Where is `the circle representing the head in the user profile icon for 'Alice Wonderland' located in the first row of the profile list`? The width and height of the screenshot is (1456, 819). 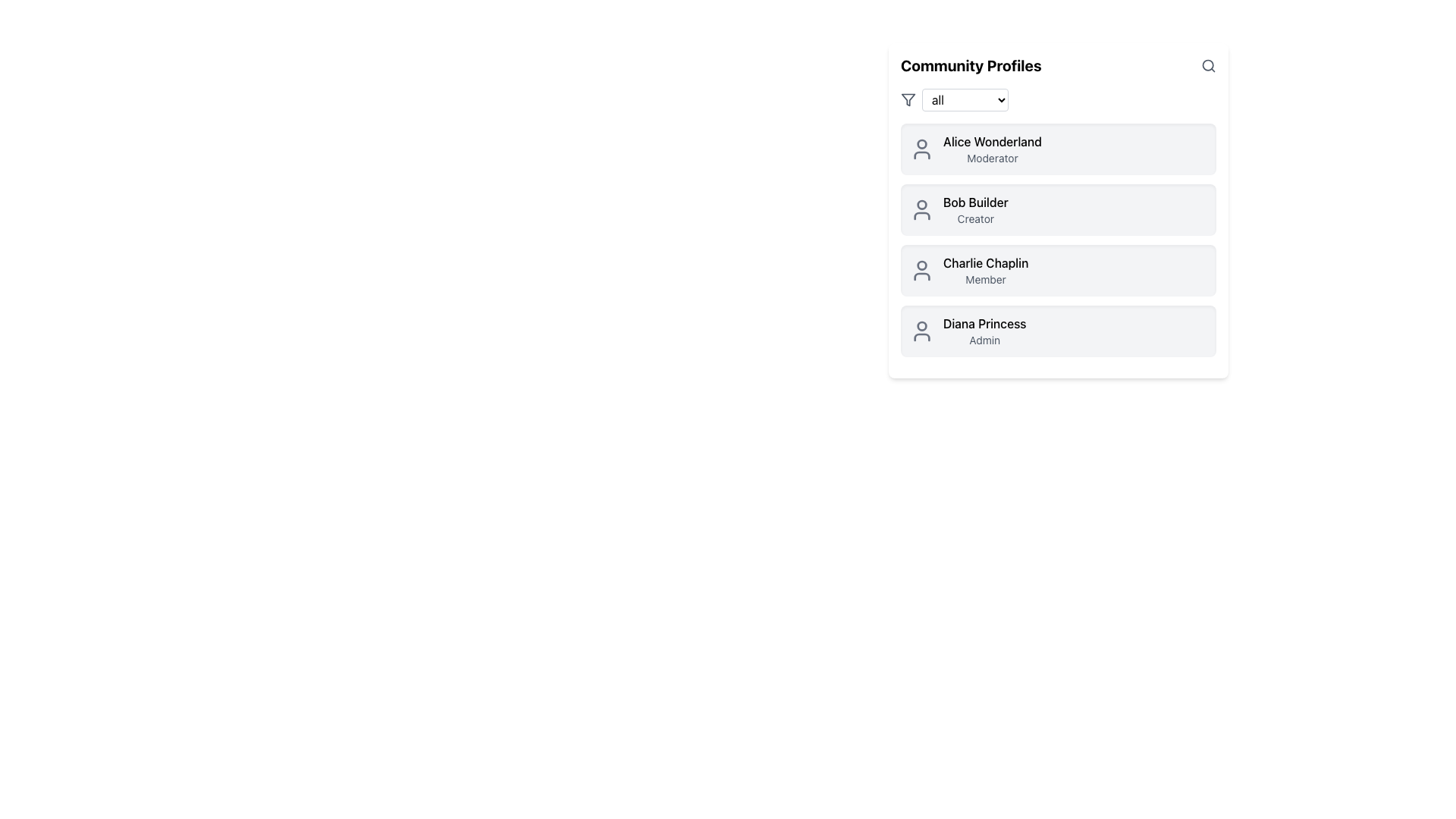 the circle representing the head in the user profile icon for 'Alice Wonderland' located in the first row of the profile list is located at coordinates (921, 143).